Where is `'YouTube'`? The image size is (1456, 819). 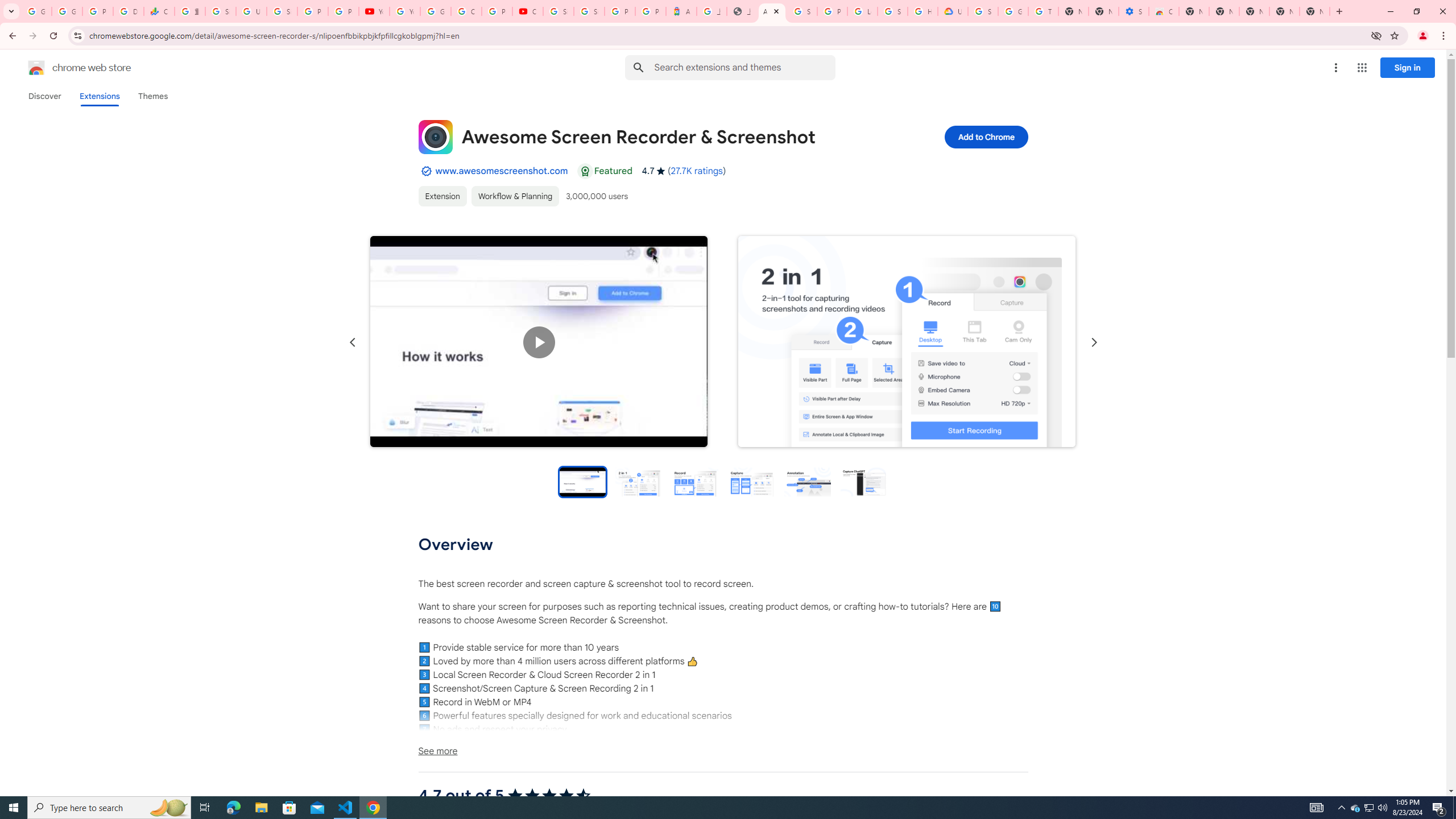
'YouTube' is located at coordinates (373, 11).